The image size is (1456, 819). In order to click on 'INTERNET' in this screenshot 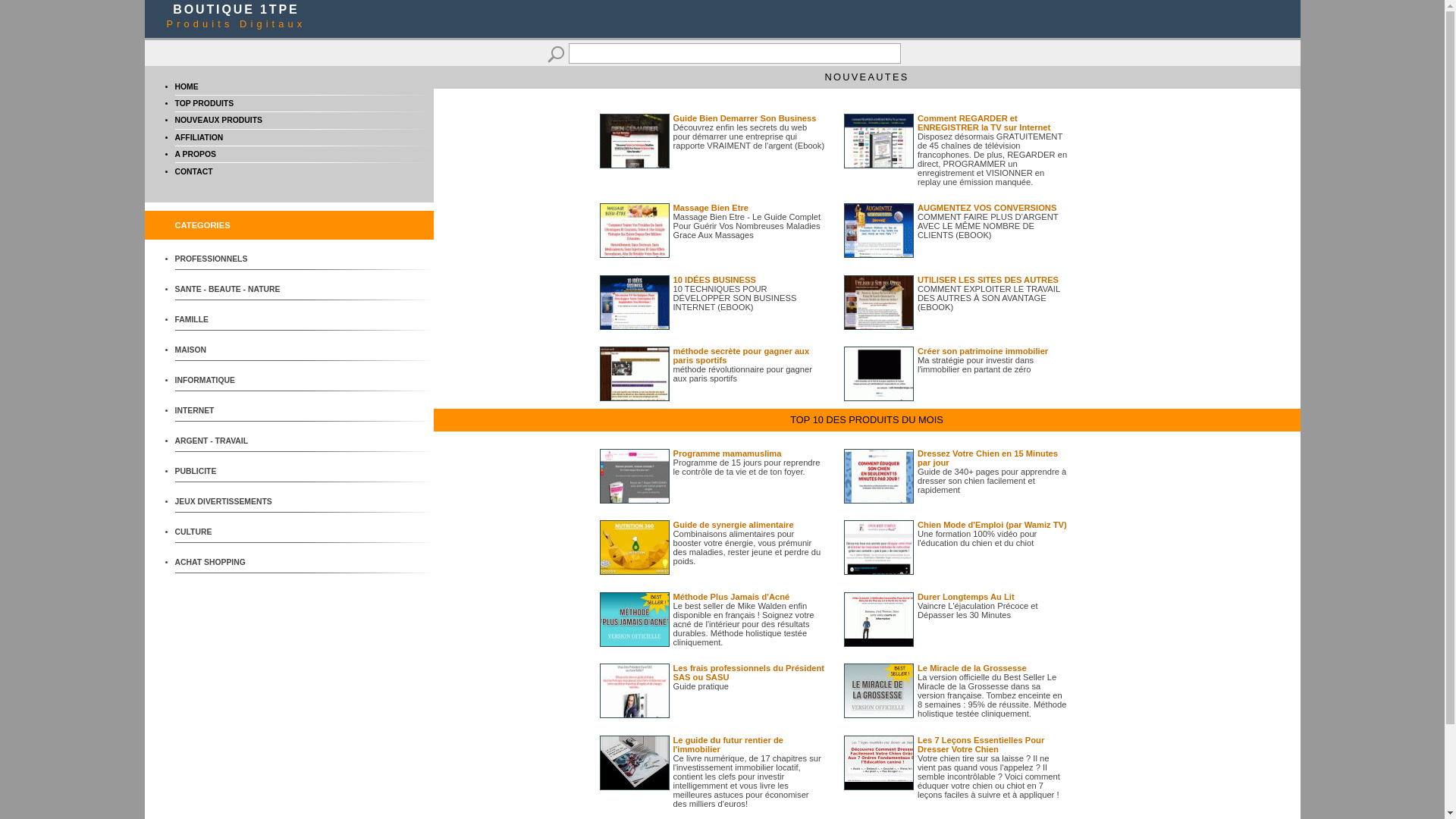, I will do `click(174, 410)`.